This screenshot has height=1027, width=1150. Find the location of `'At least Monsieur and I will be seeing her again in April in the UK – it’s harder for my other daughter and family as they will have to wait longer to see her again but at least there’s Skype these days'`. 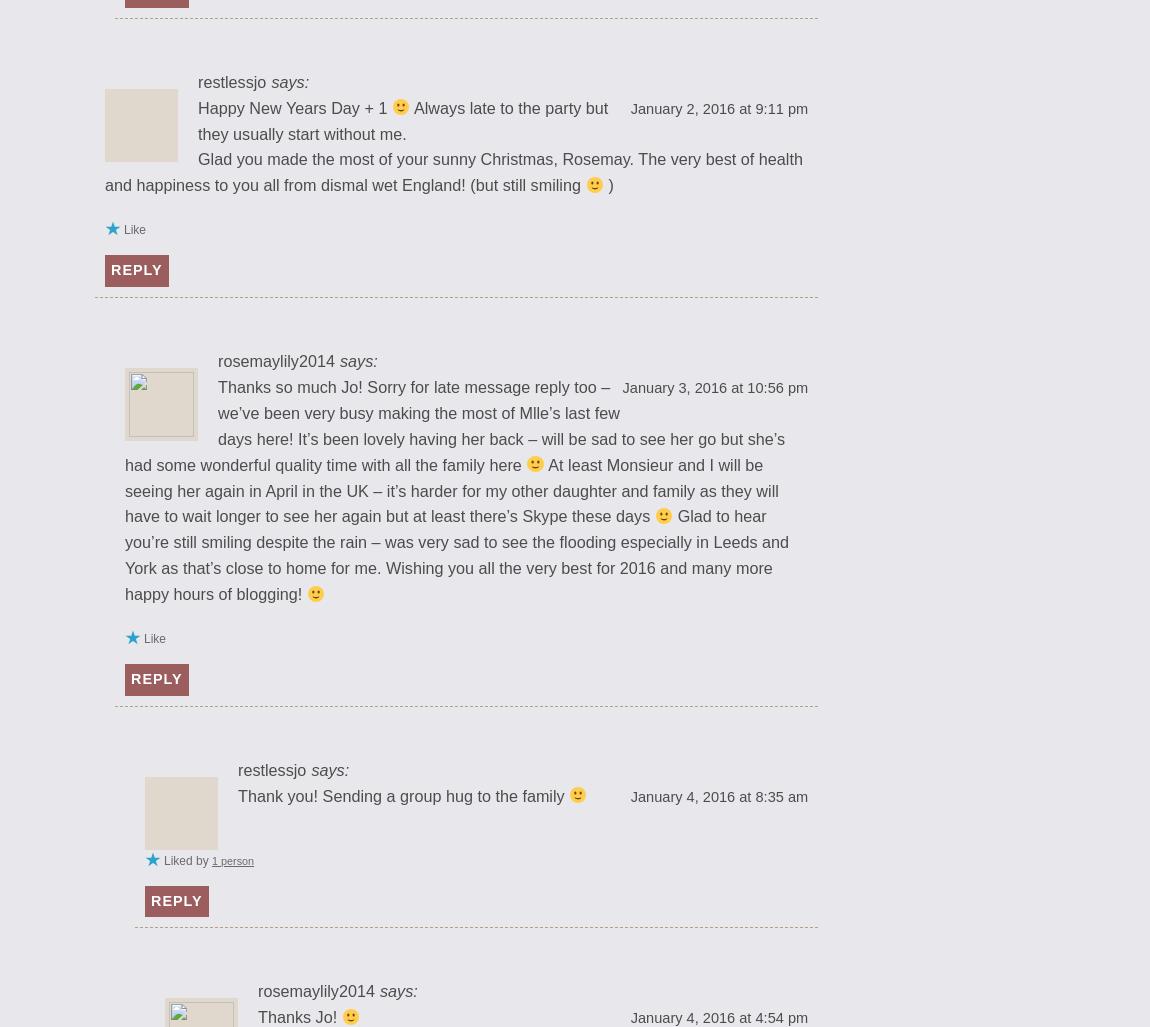

'At least Monsieur and I will be seeing her again in April in the UK – it’s harder for my other daughter and family as they will have to wait longer to see her again but at least there’s Skype these days' is located at coordinates (451, 489).